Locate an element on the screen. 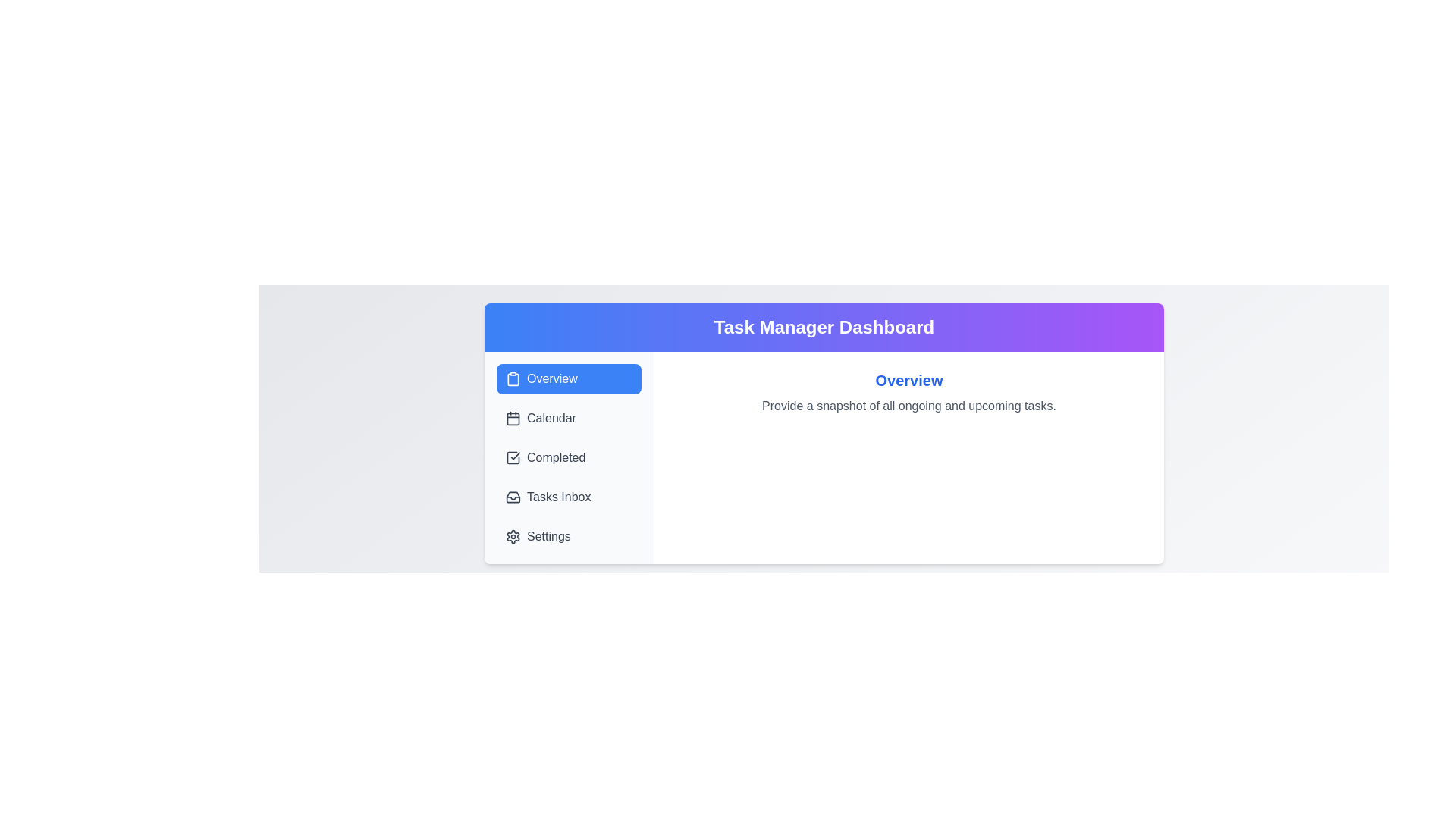 The width and height of the screenshot is (1456, 819). the tab labeled Tasks Inbox is located at coordinates (568, 497).